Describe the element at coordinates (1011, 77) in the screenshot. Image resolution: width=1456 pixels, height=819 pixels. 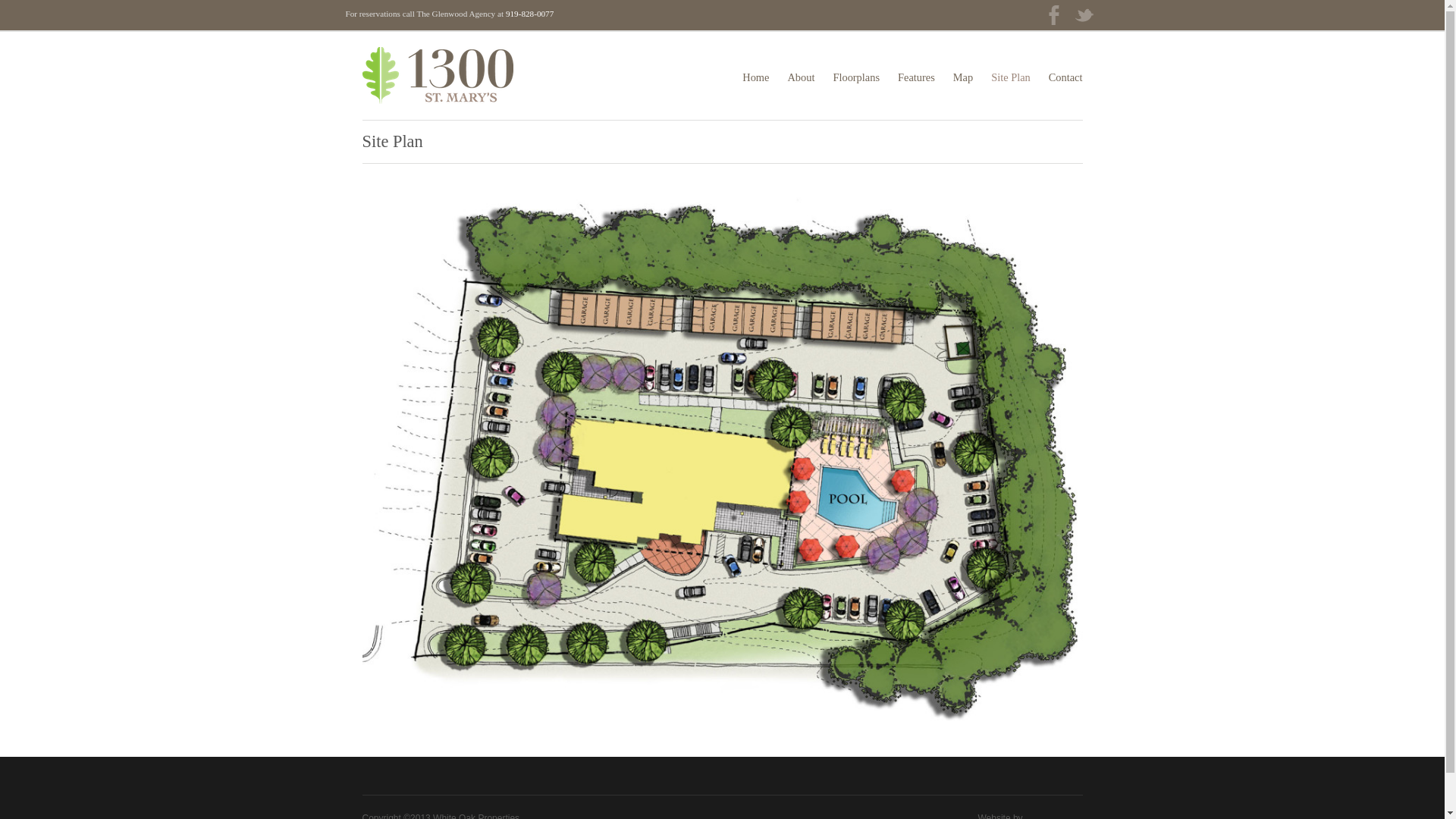
I see `'Site Plan'` at that location.